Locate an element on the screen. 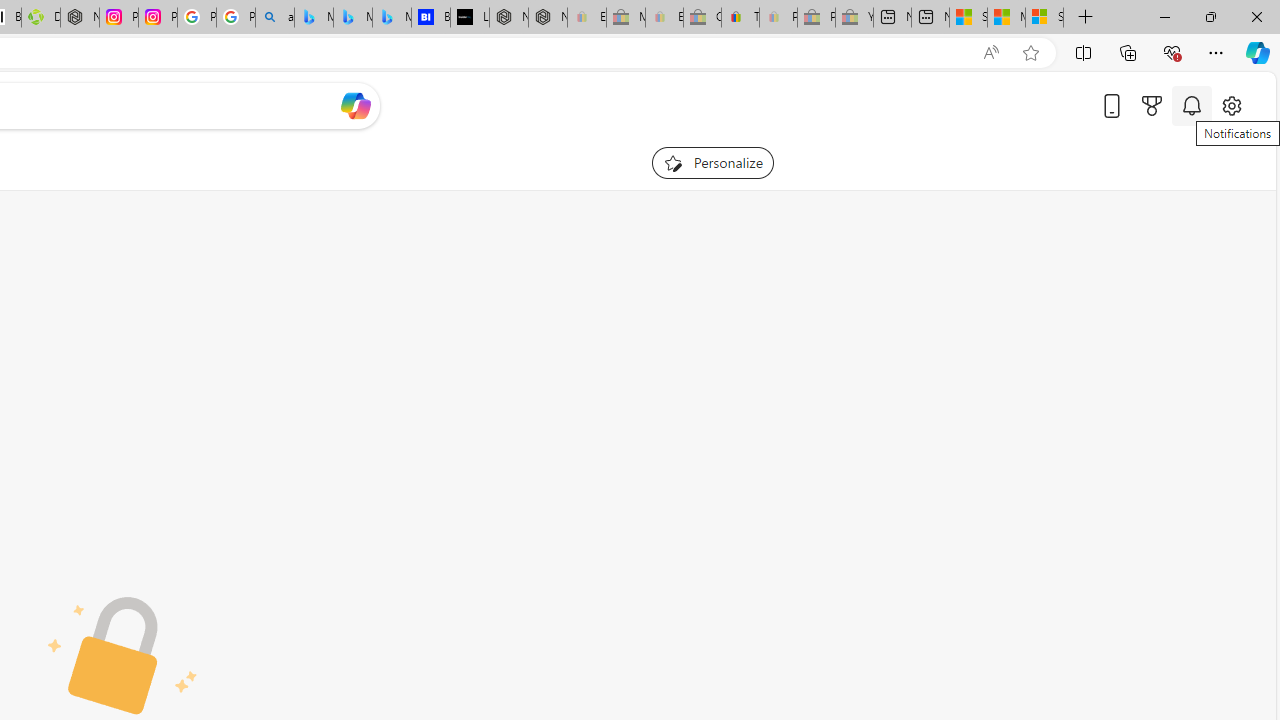 This screenshot has height=720, width=1280. 'Personalize your feed"' is located at coordinates (712, 162).